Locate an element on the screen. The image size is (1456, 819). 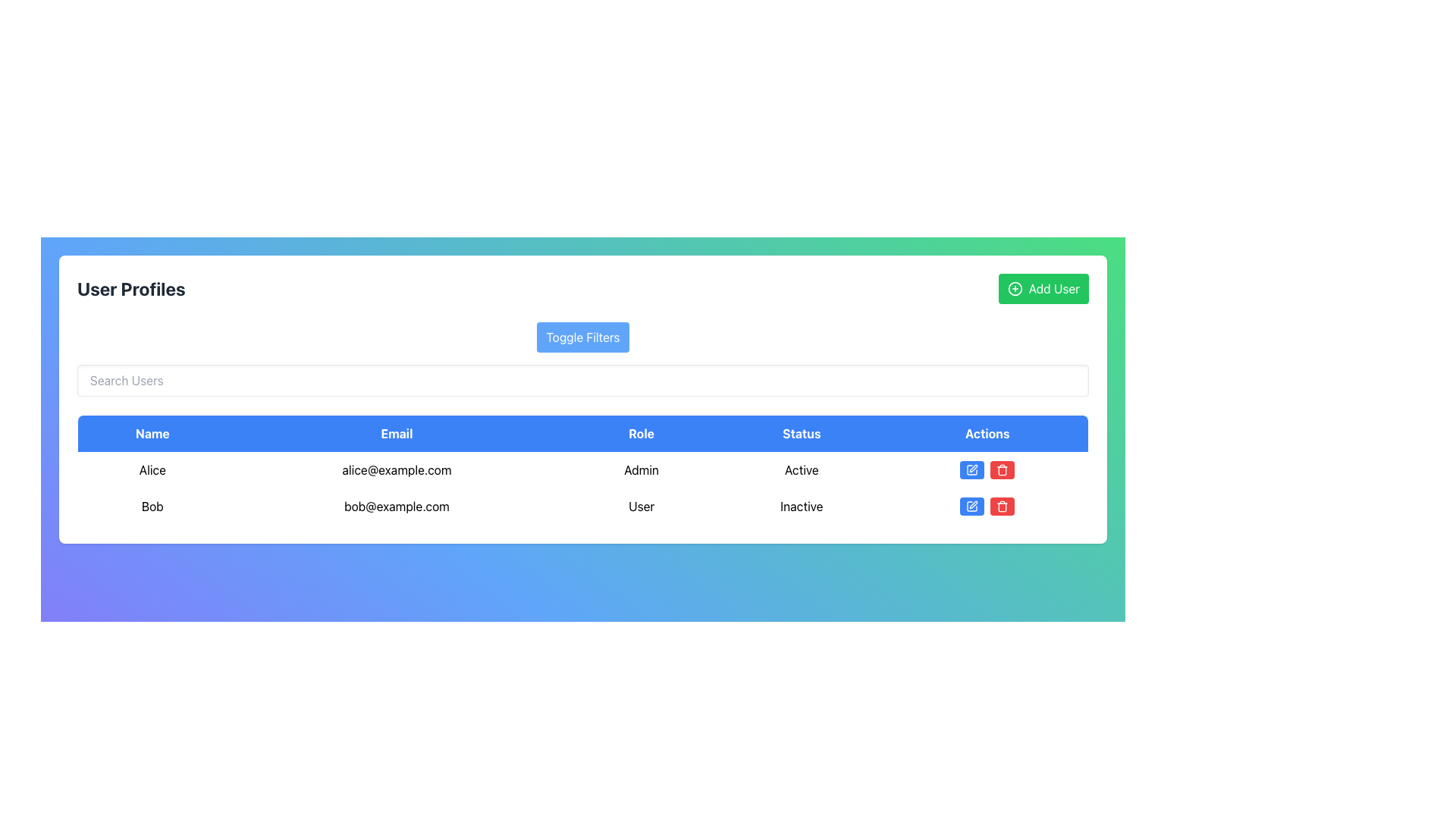
the red delete button in the actions column for the user 'Bob' in the table is located at coordinates (987, 506).